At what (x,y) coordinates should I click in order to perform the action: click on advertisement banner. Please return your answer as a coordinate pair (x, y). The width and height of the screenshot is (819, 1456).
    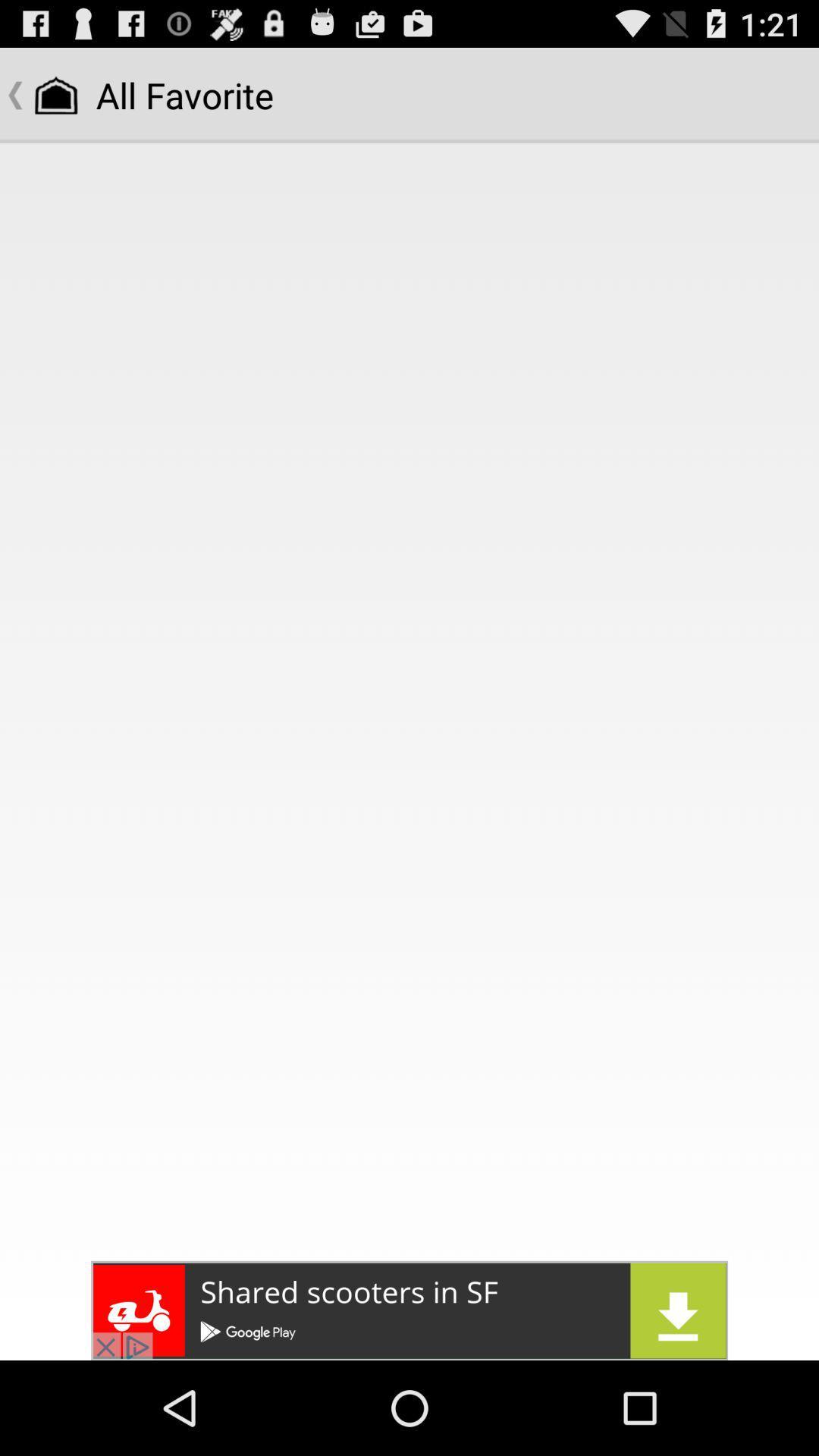
    Looking at the image, I should click on (409, 1310).